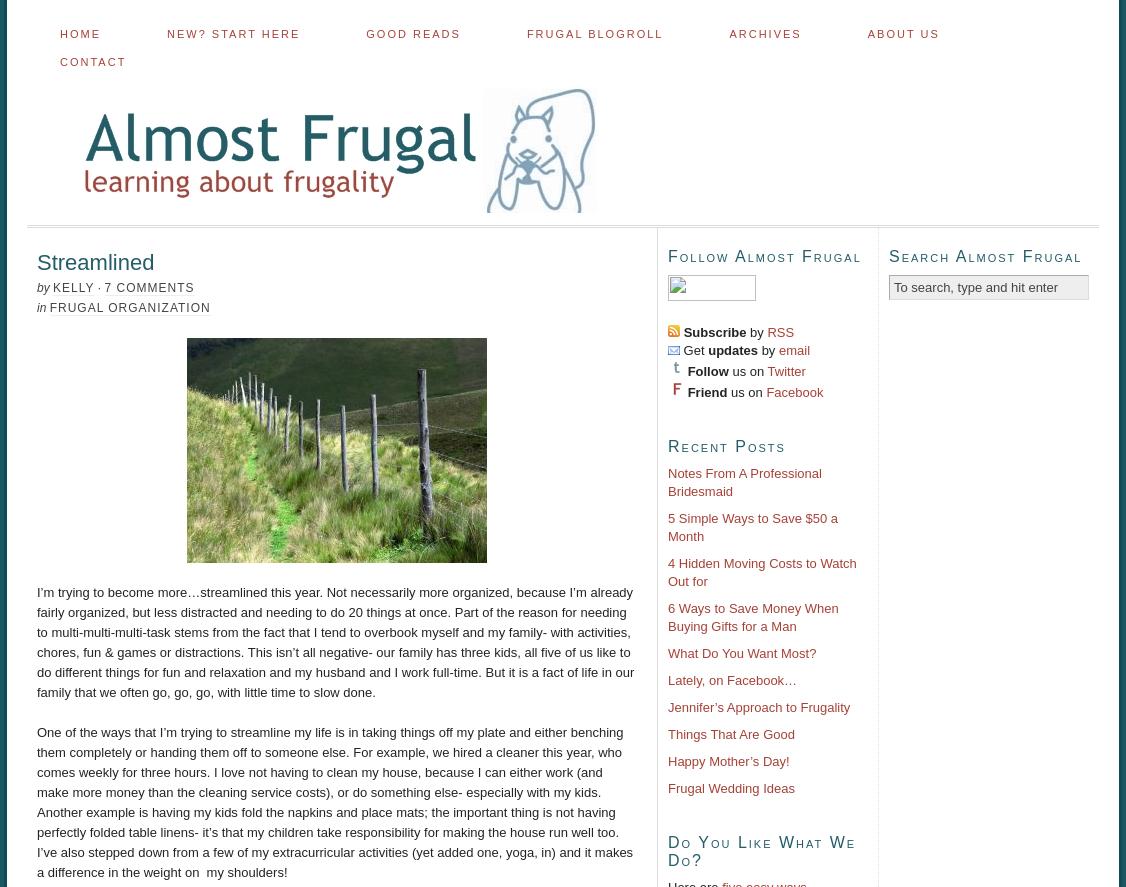 The image size is (1126, 887). I want to click on 'Follow', so click(707, 369).